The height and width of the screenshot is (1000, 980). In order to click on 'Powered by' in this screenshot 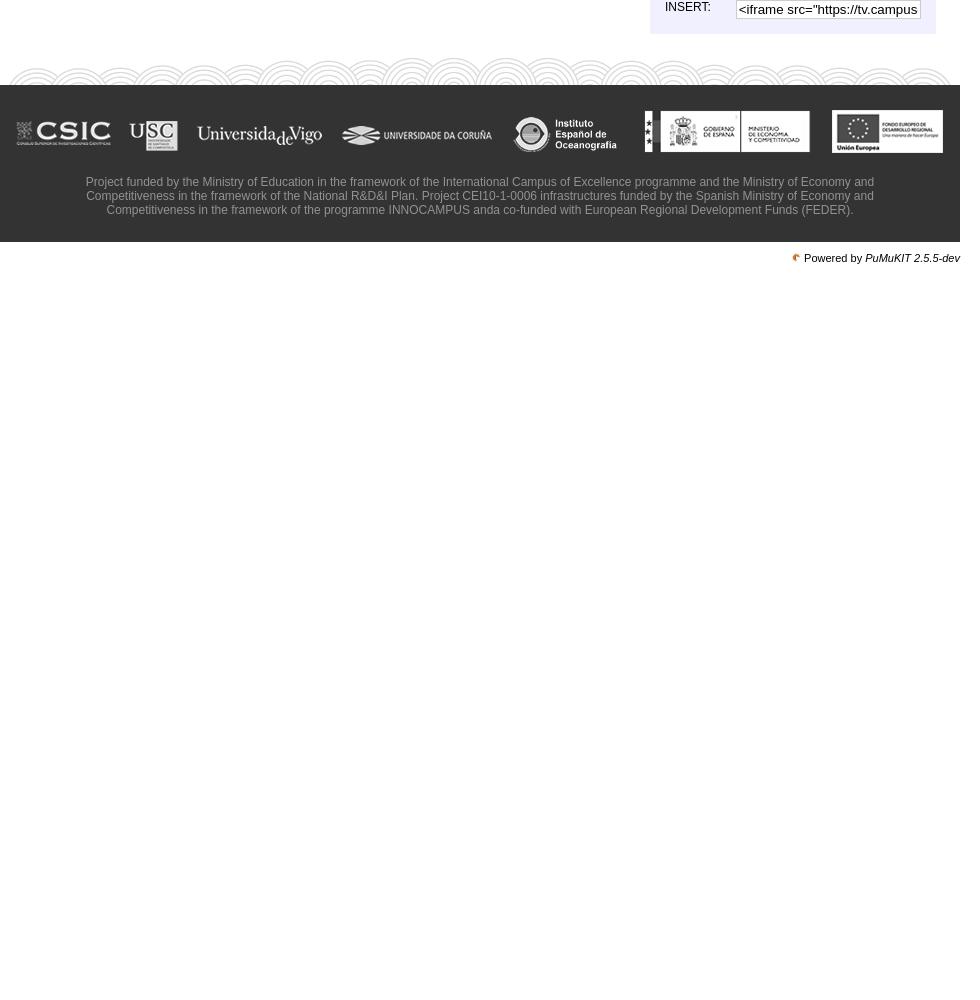, I will do `click(803, 258)`.